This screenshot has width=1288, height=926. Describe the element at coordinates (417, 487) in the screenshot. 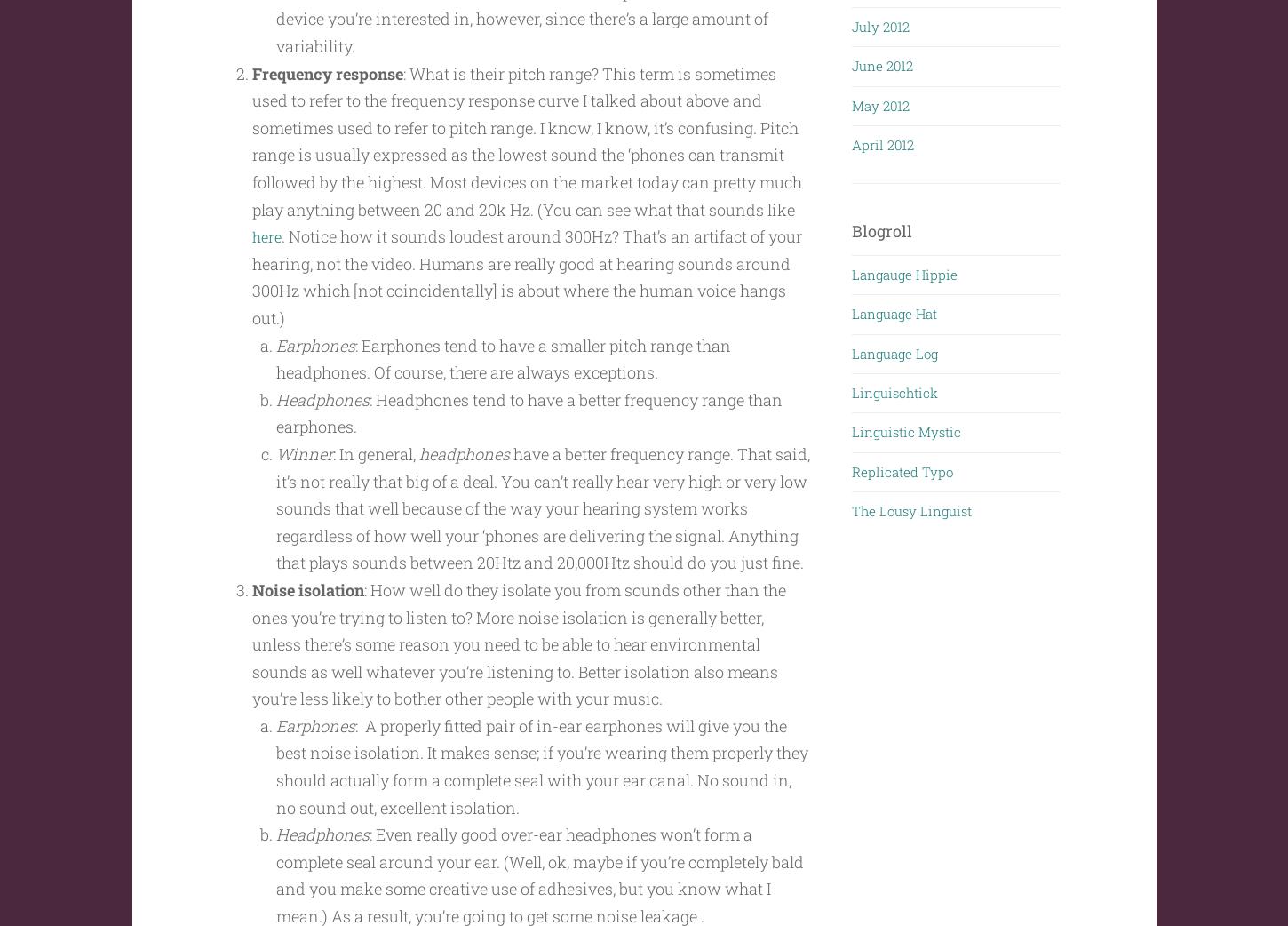

I see `'headphones'` at that location.